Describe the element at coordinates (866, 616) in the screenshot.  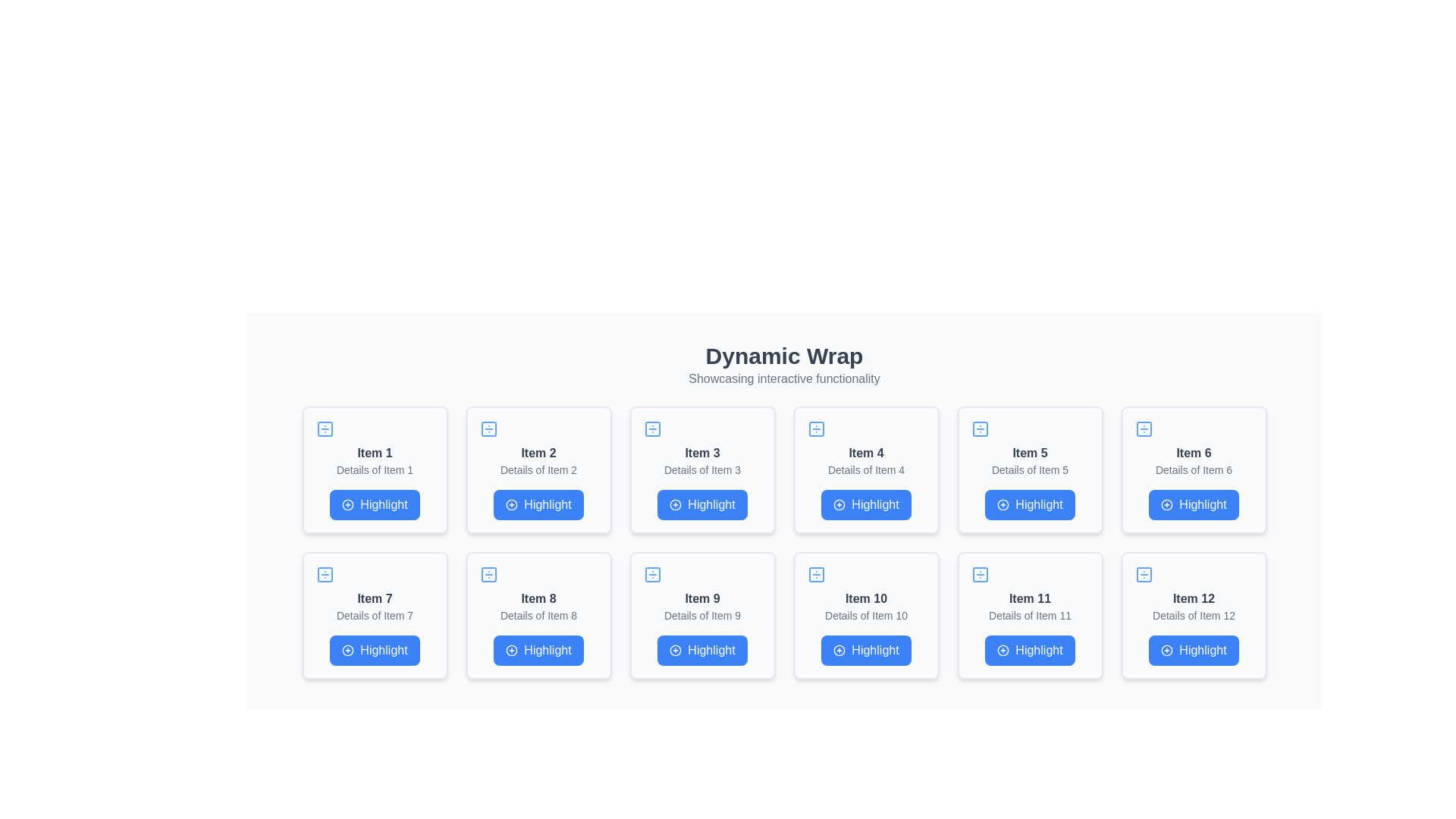
I see `the 'Highlight' button on the interactive card for 'Item 10', located in the second row, fourth card from the left` at that location.